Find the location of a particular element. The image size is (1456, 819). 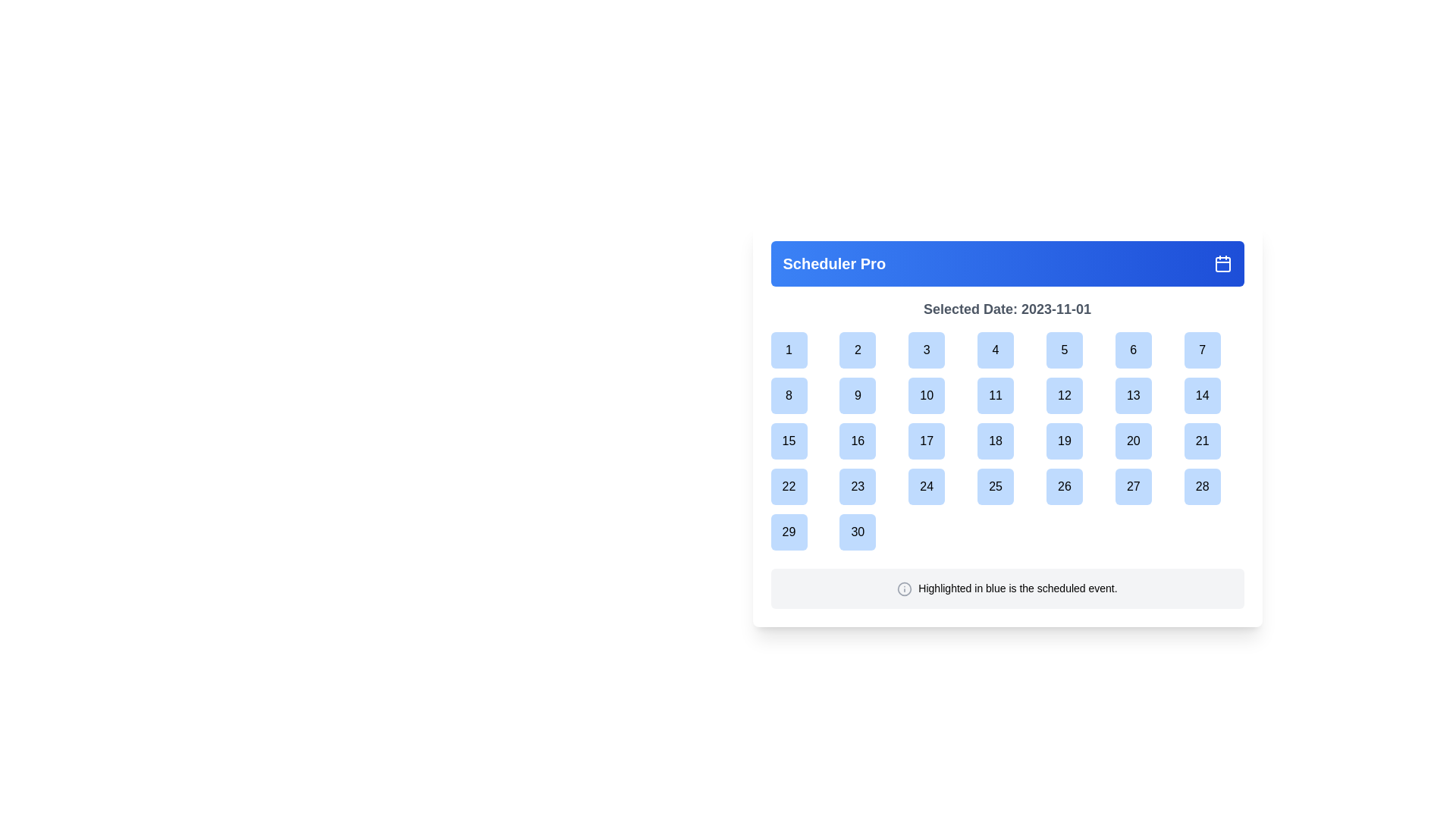

the square button with rounded corners and a light blue background that contains the number '8' centered in bold black font is located at coordinates (789, 394).